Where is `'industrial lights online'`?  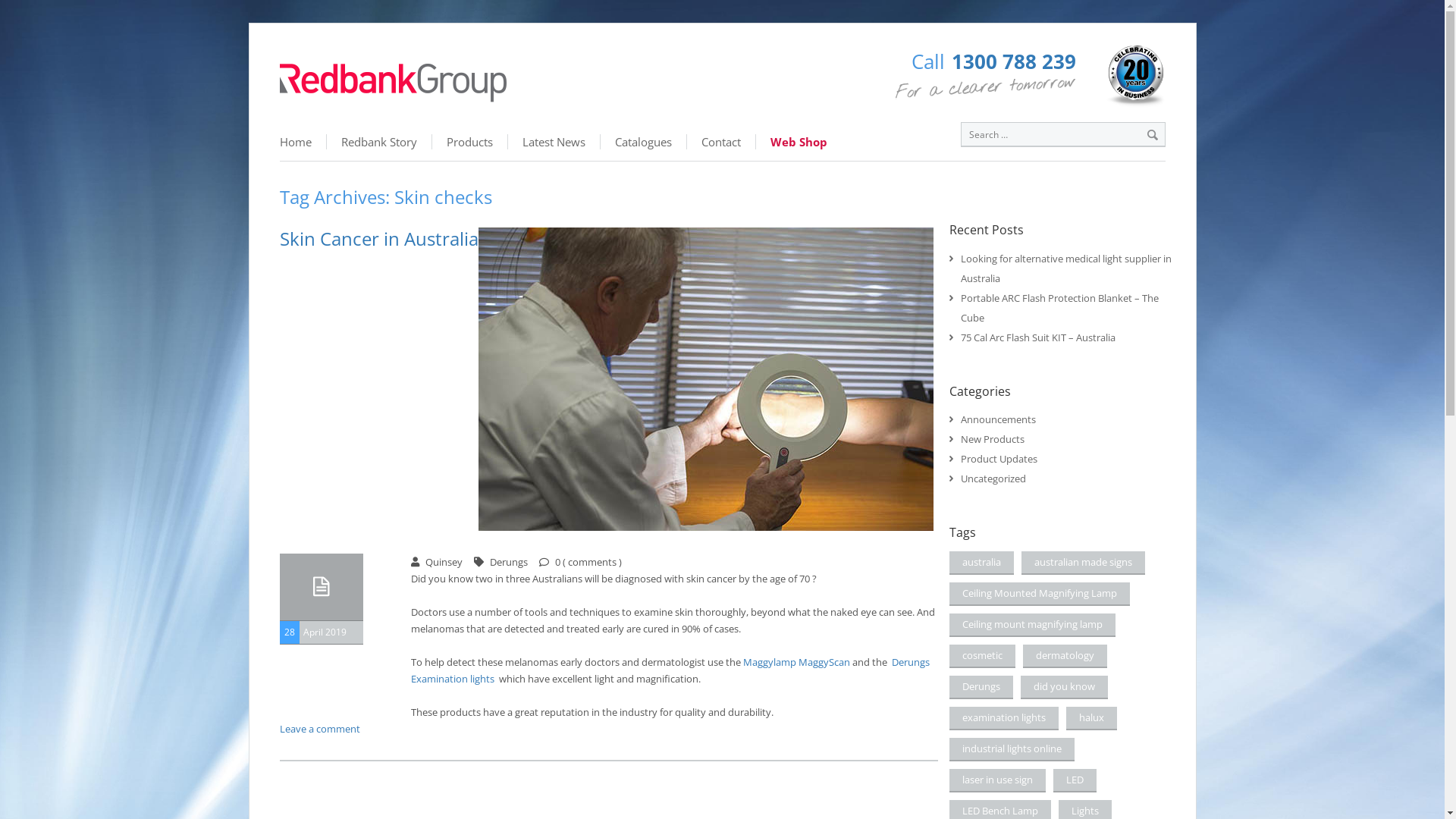 'industrial lights online' is located at coordinates (1012, 748).